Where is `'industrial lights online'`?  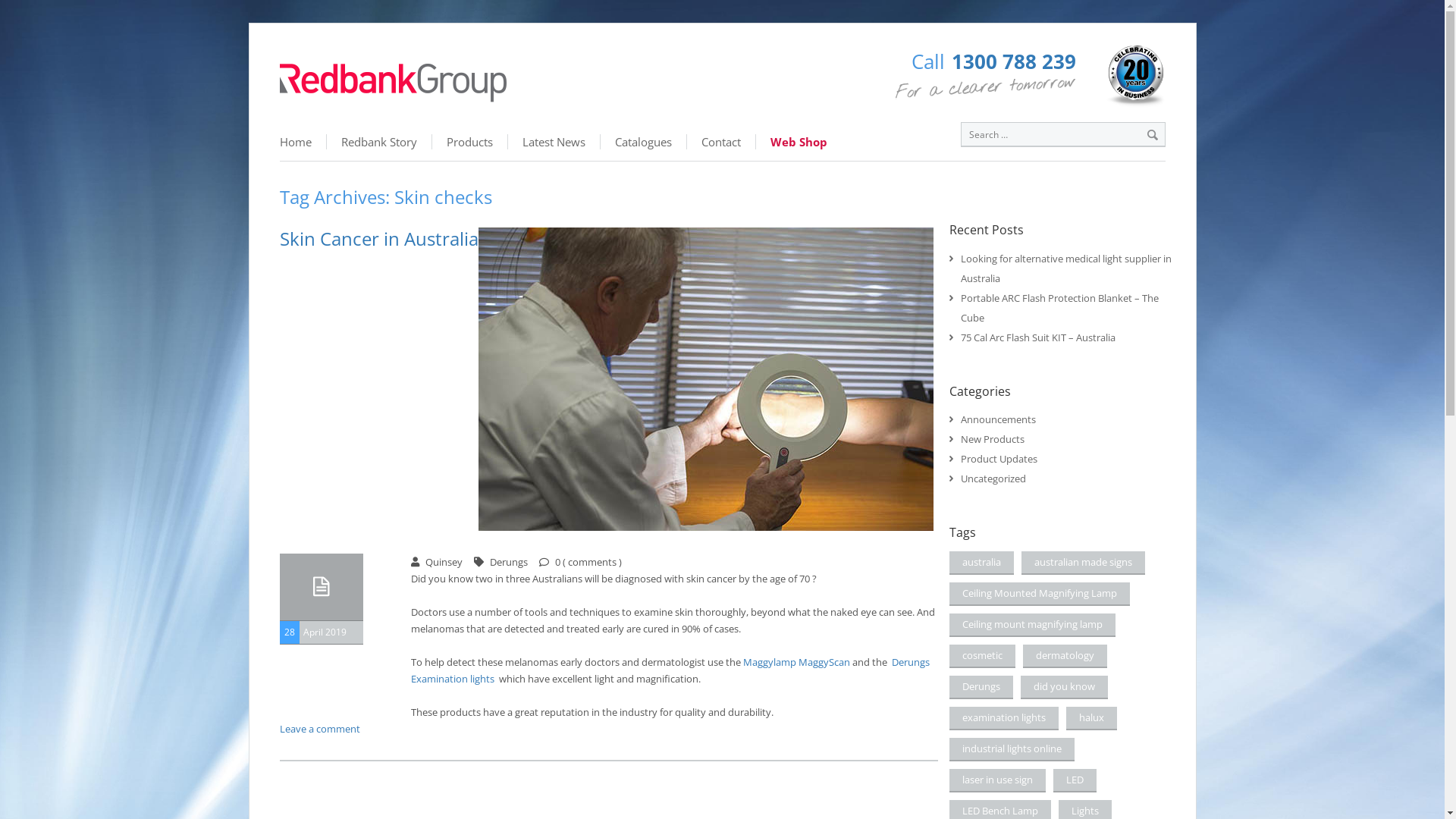 'industrial lights online' is located at coordinates (1012, 748).